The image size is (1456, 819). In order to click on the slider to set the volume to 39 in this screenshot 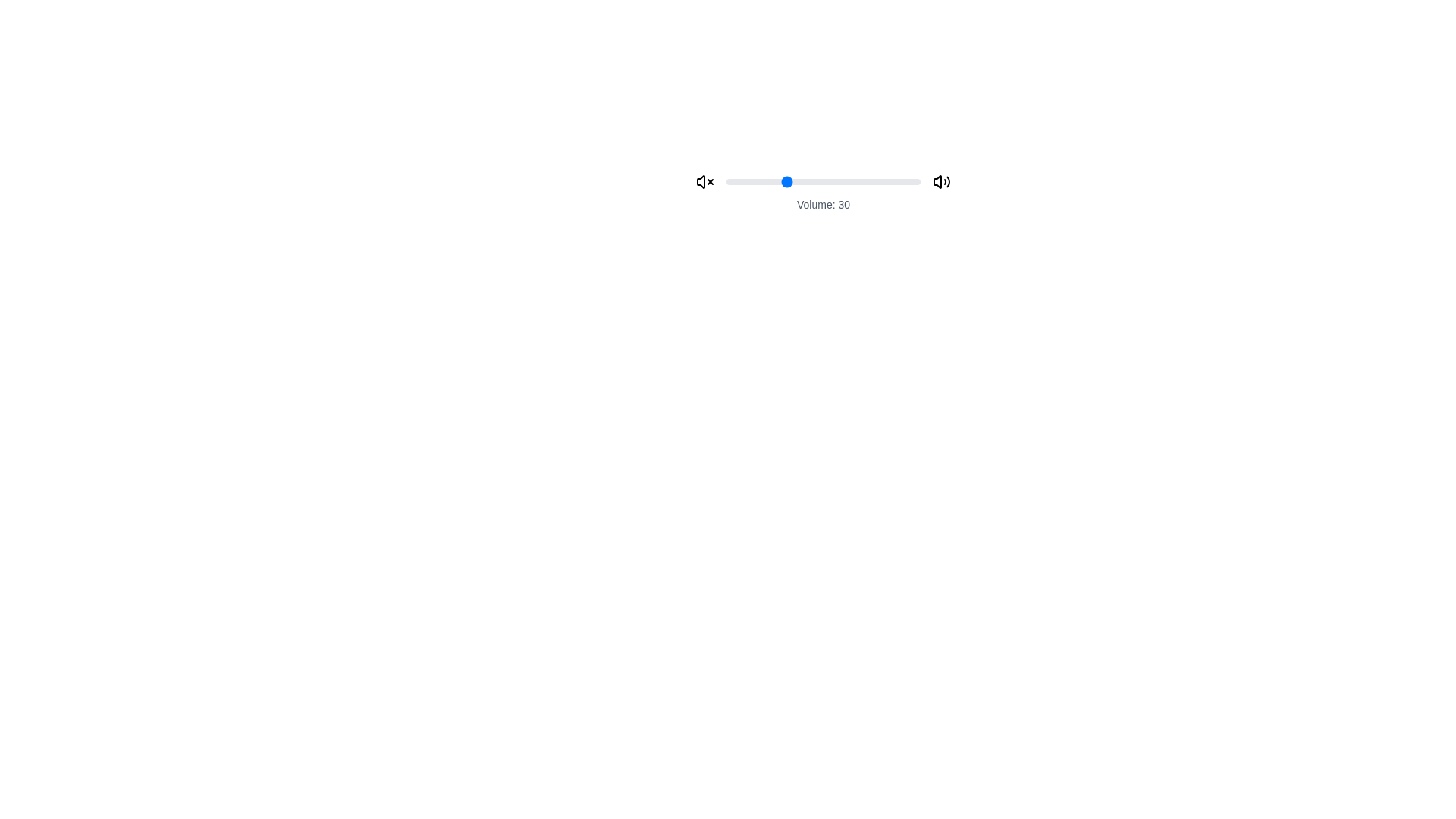, I will do `click(801, 180)`.